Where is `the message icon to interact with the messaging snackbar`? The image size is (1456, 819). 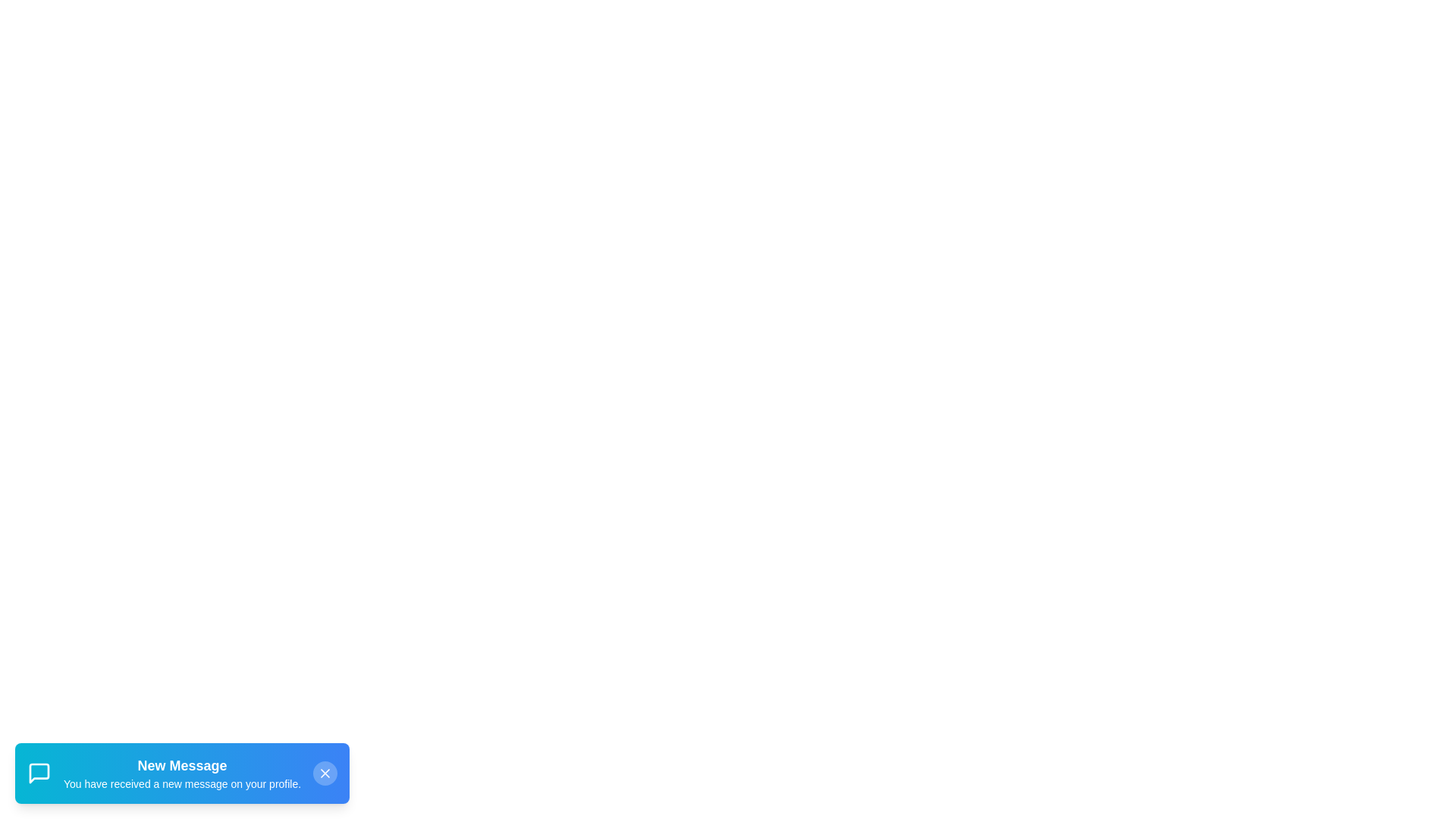 the message icon to interact with the messaging snackbar is located at coordinates (39, 773).